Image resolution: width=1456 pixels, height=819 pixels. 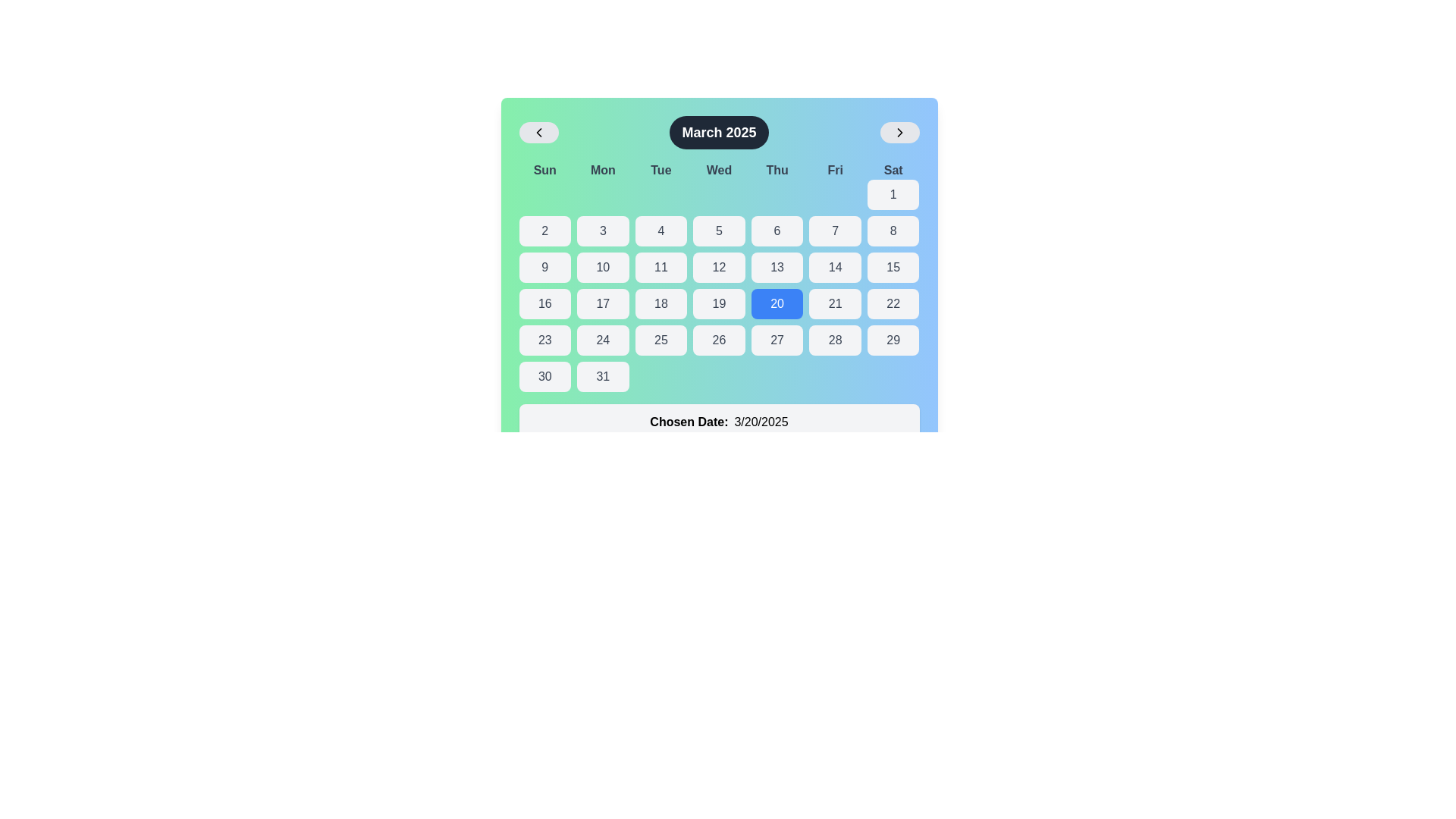 What do you see at coordinates (718, 231) in the screenshot?
I see `the button labeled '5' with a light gray background located under 'Wed.' in the first week of the calendar` at bounding box center [718, 231].